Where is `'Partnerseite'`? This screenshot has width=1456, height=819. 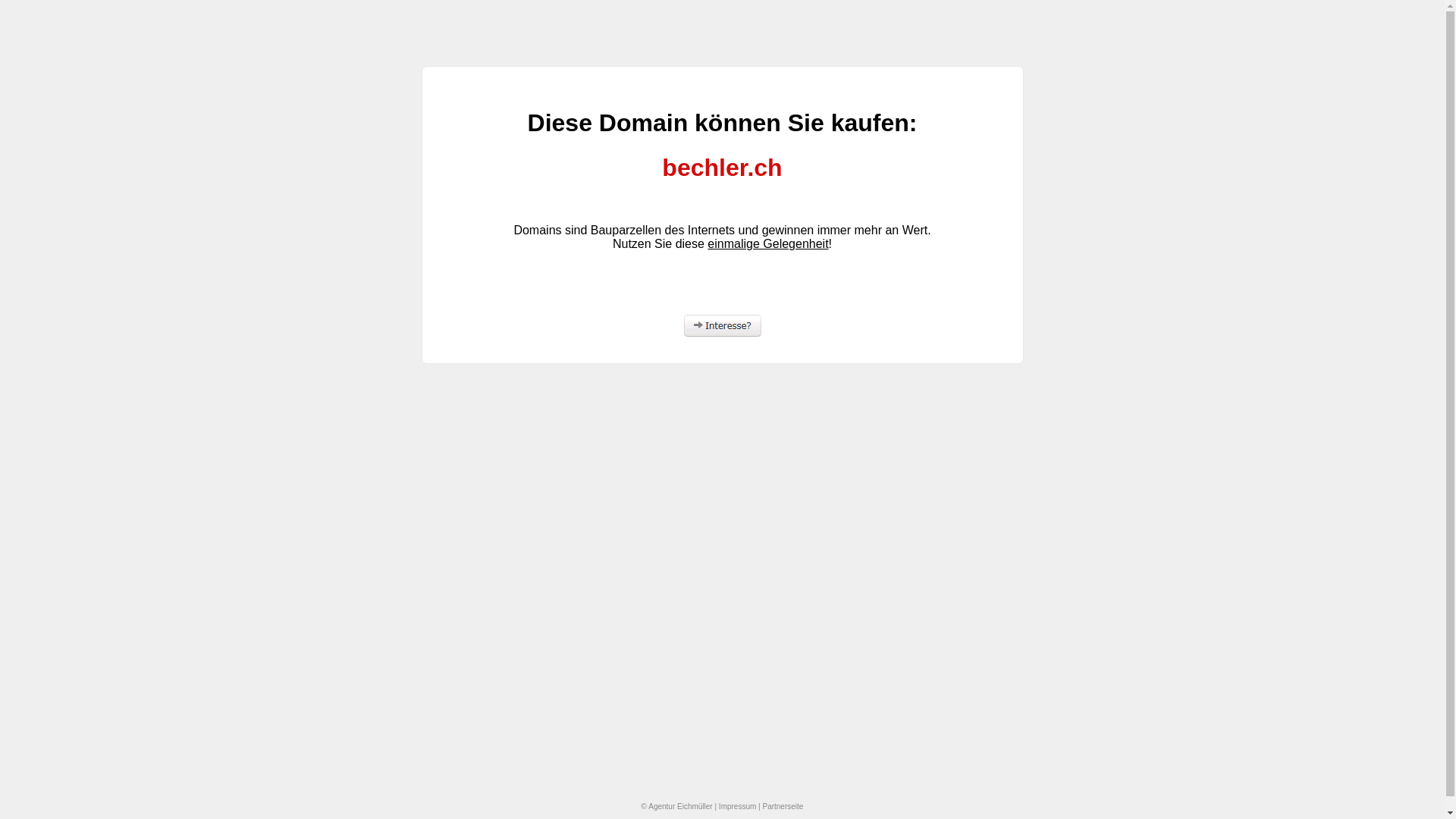
'Partnerseite' is located at coordinates (783, 805).